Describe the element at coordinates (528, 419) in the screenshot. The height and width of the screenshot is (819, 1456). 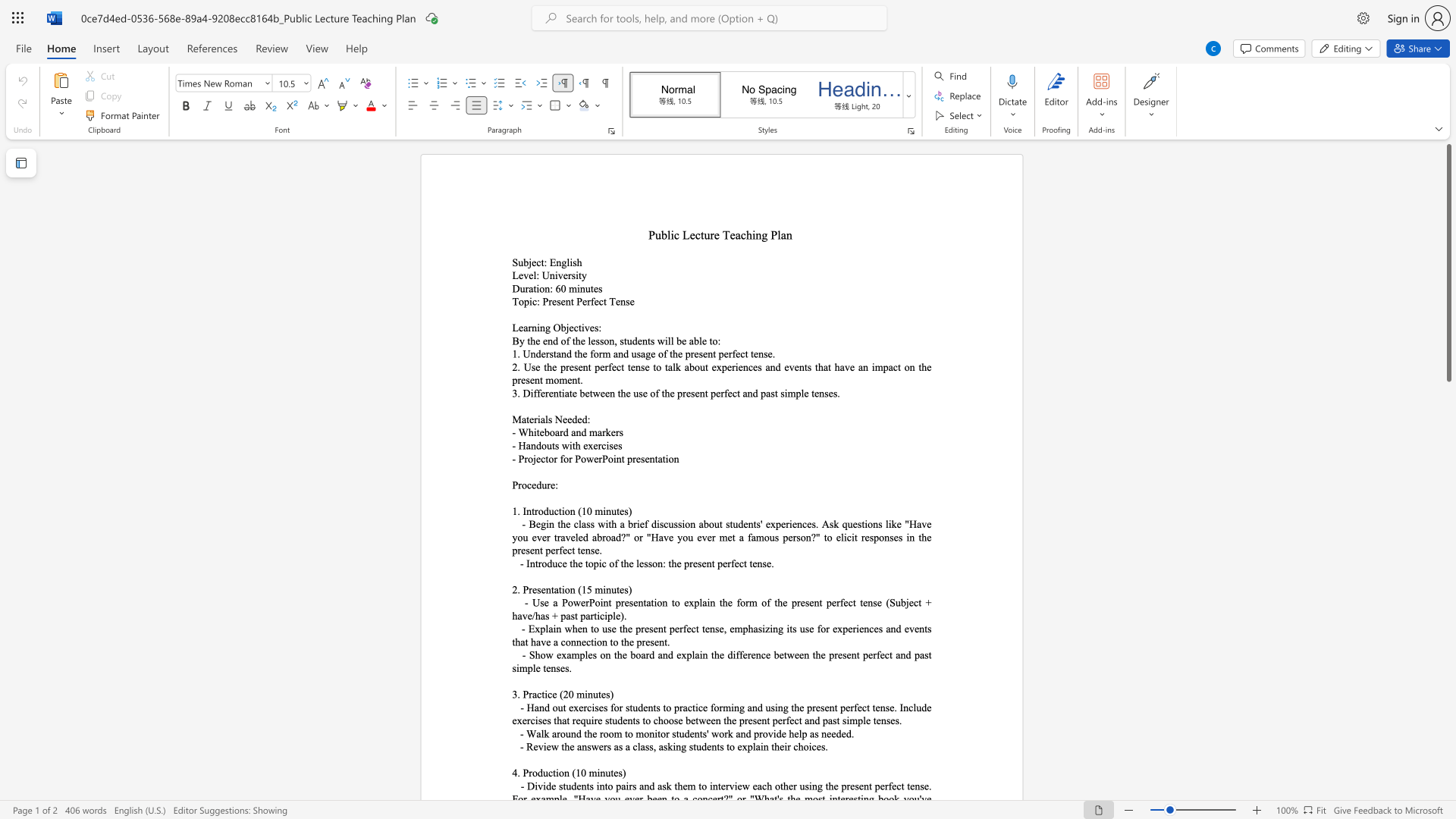
I see `the 1th character "t" in the text` at that location.